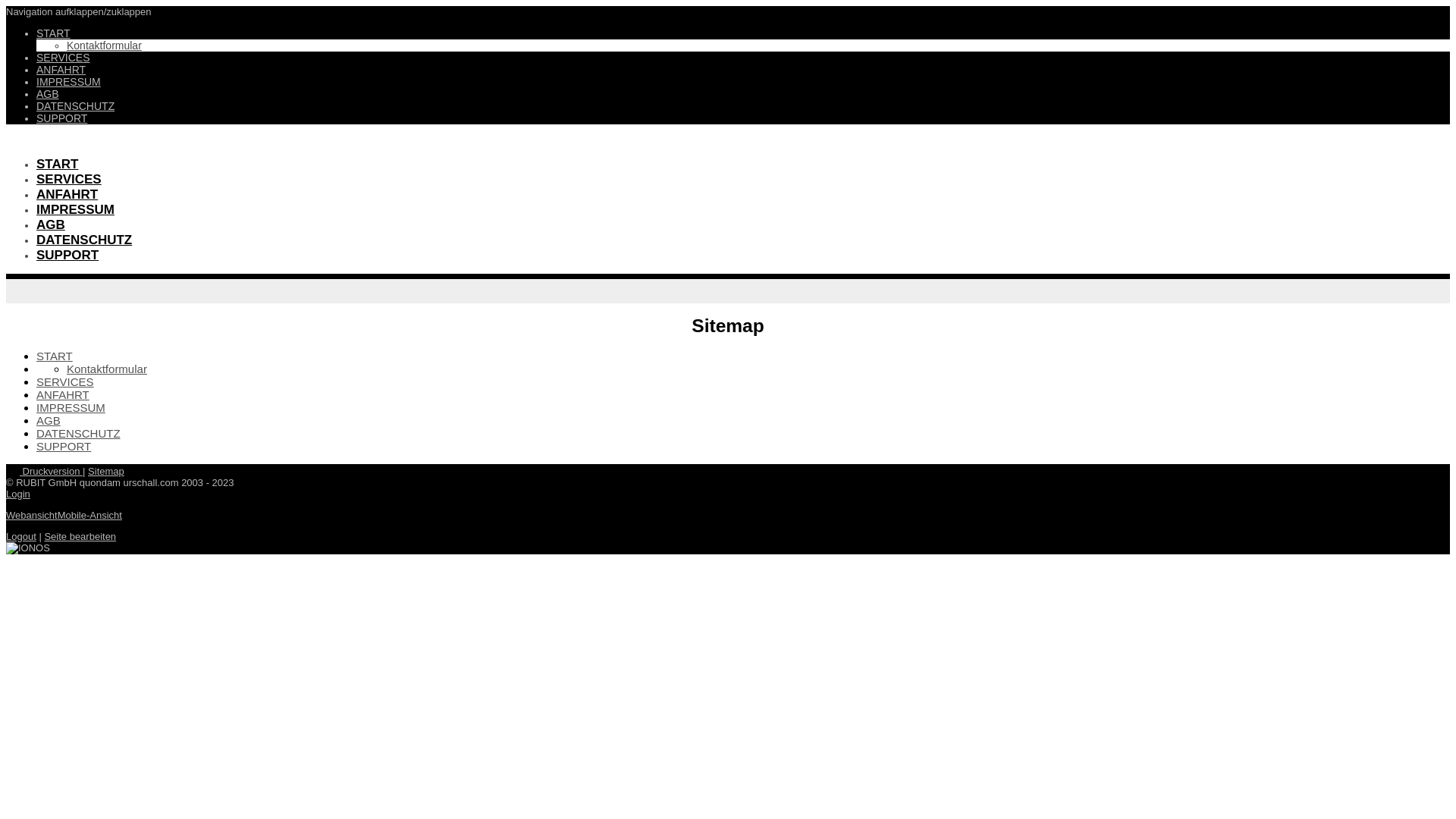 The width and height of the screenshot is (1456, 819). Describe the element at coordinates (53, 33) in the screenshot. I see `'START'` at that location.